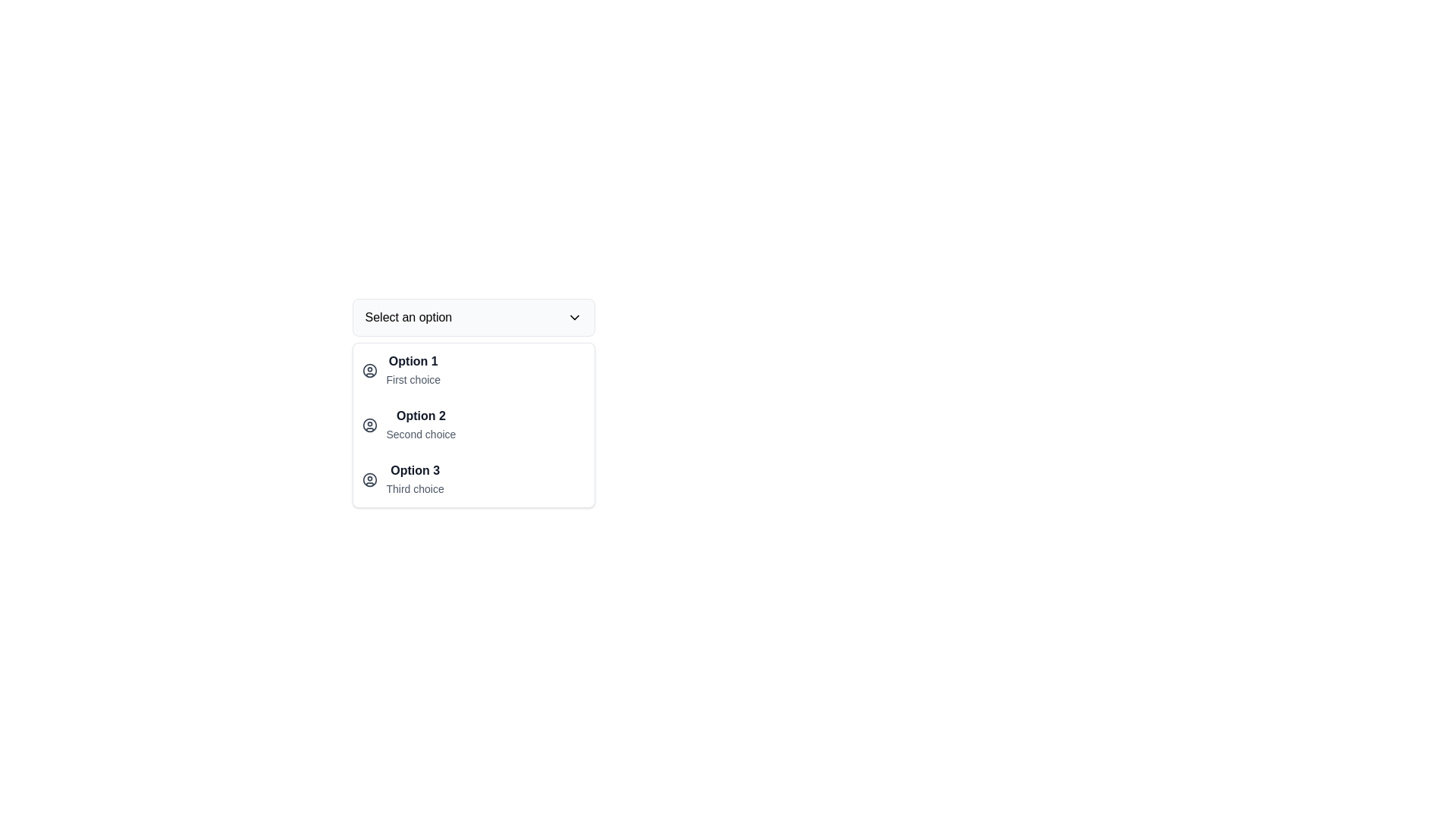 Image resolution: width=1456 pixels, height=819 pixels. Describe the element at coordinates (369, 425) in the screenshot. I see `the circular decorative icon component adjacent to 'Option 2' in the dropdown menu` at that location.